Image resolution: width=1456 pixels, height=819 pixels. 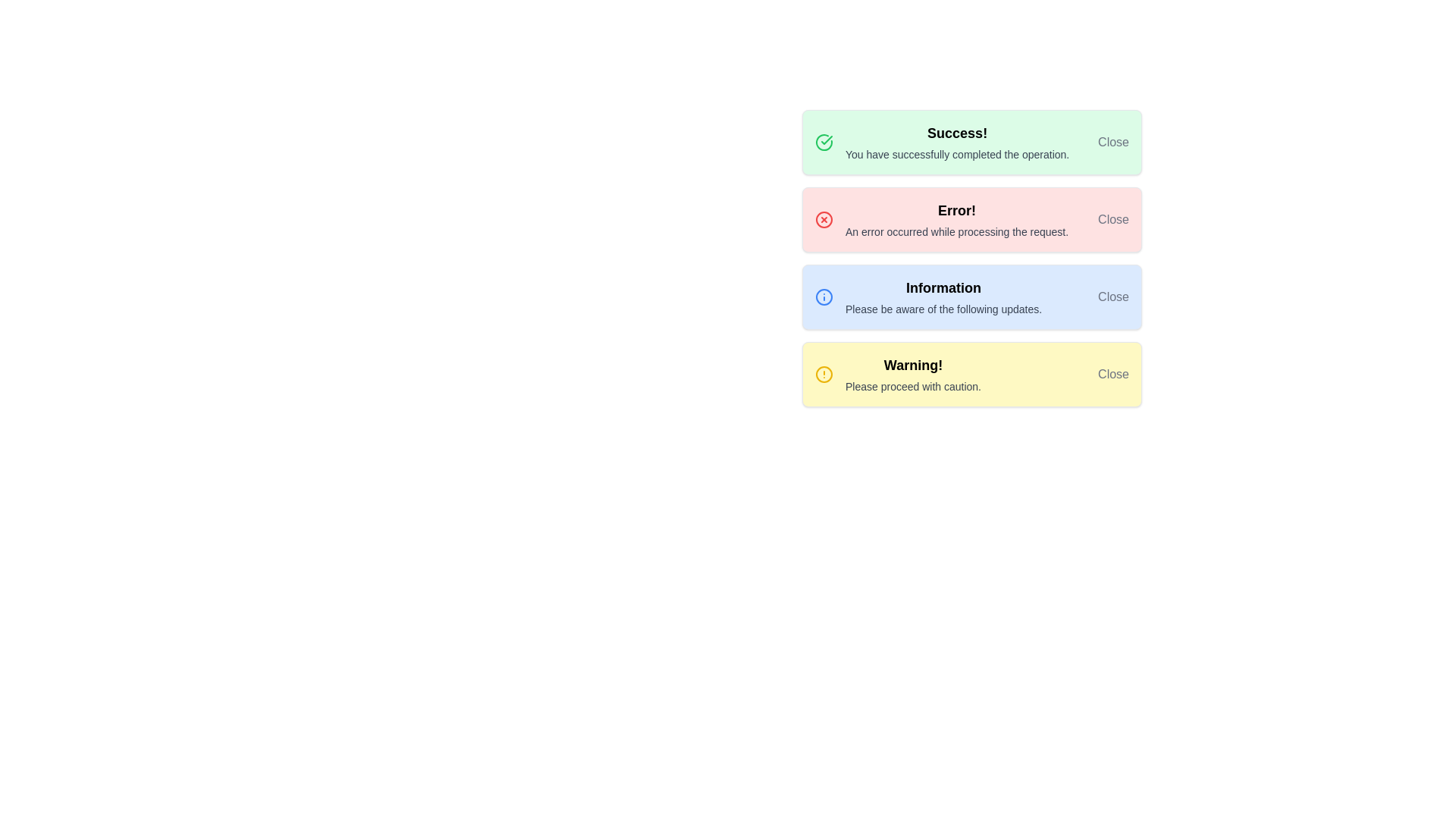 I want to click on the 'Close' button on the notification banner, so click(x=971, y=374).